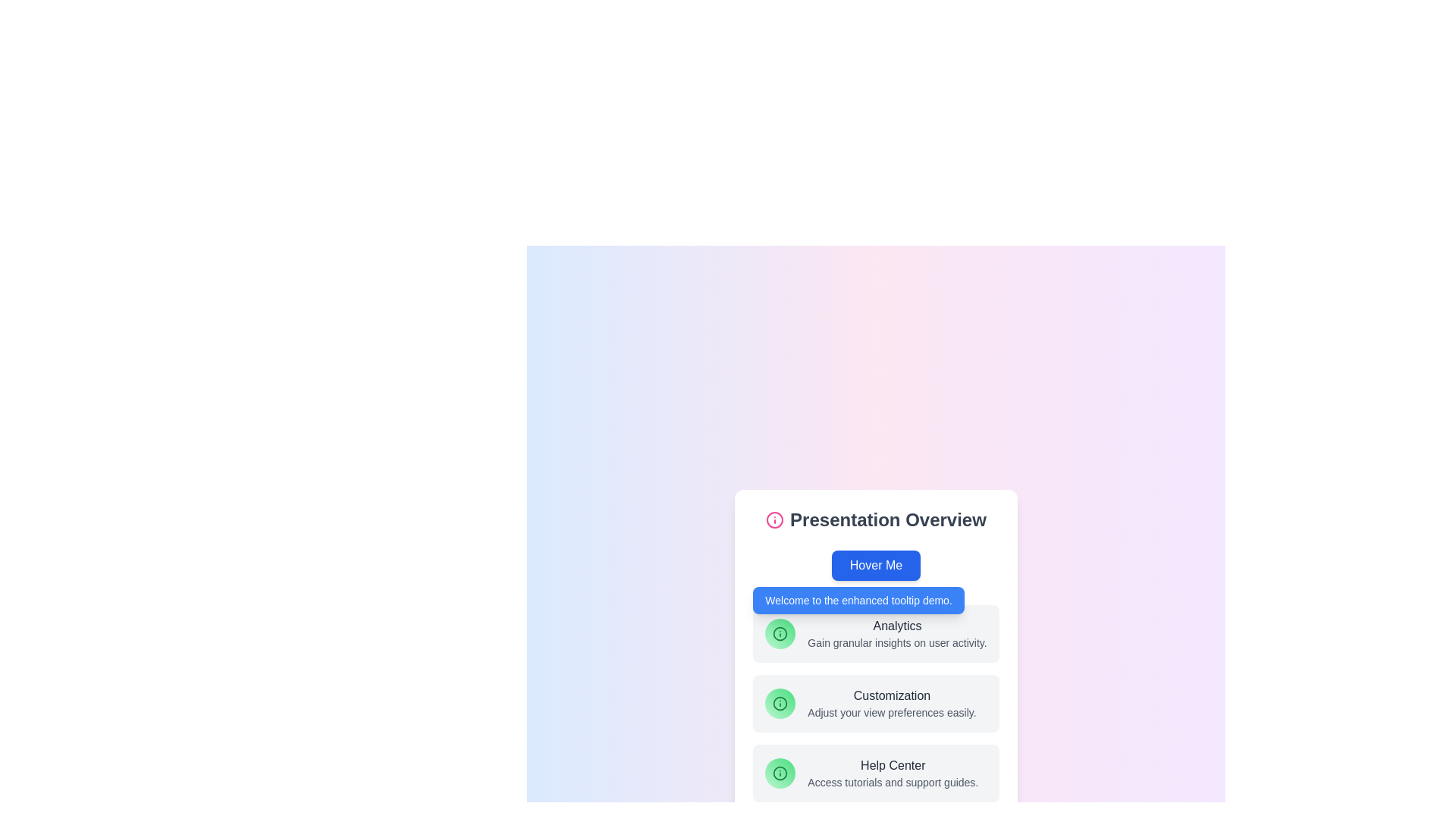  Describe the element at coordinates (780, 704) in the screenshot. I see `the central circular part of the SVG icon within the 'Customization' button located under the 'Presentation Overview' heading` at that location.